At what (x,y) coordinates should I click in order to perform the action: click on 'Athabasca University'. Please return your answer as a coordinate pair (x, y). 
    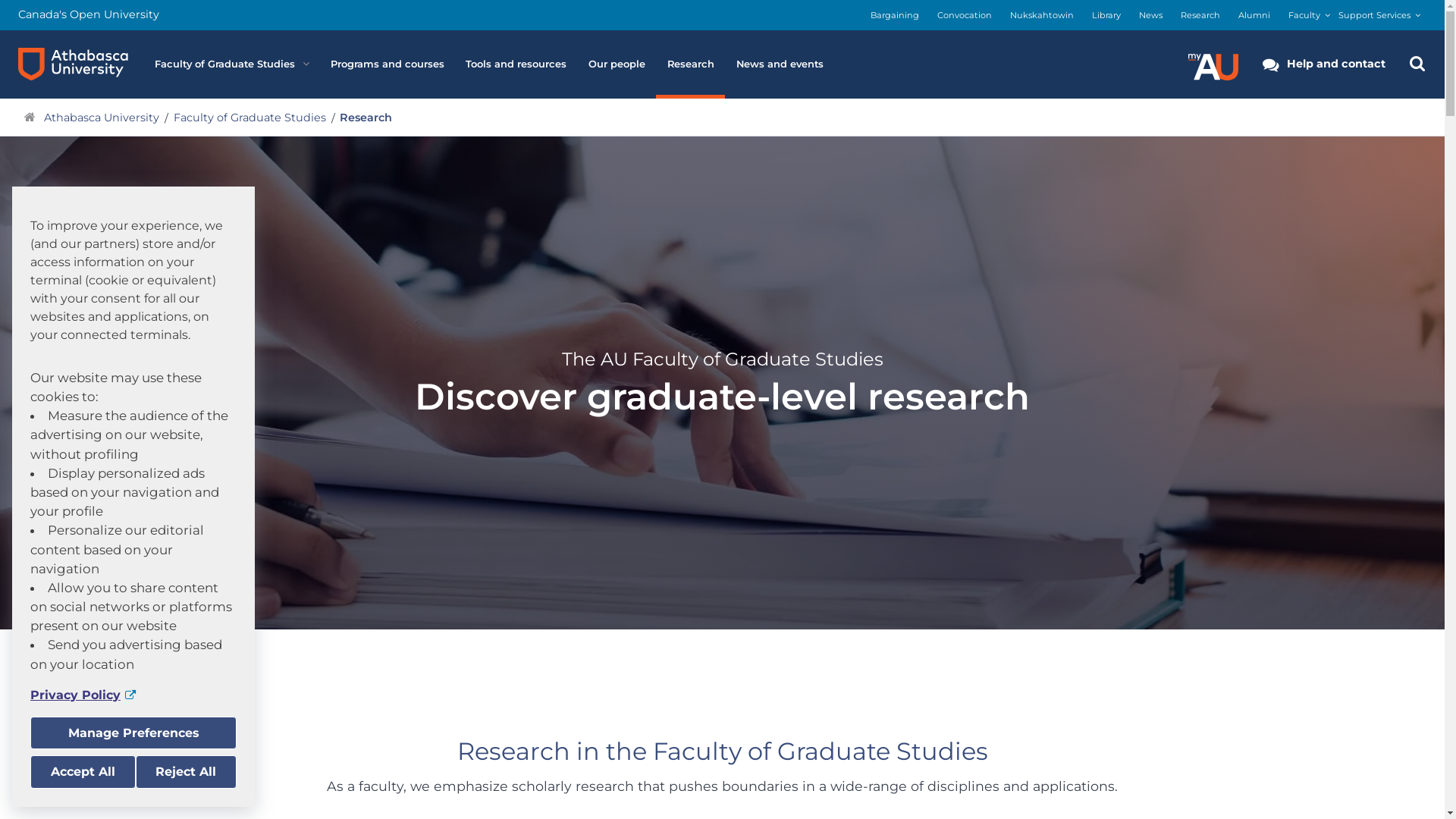
    Looking at the image, I should click on (101, 116).